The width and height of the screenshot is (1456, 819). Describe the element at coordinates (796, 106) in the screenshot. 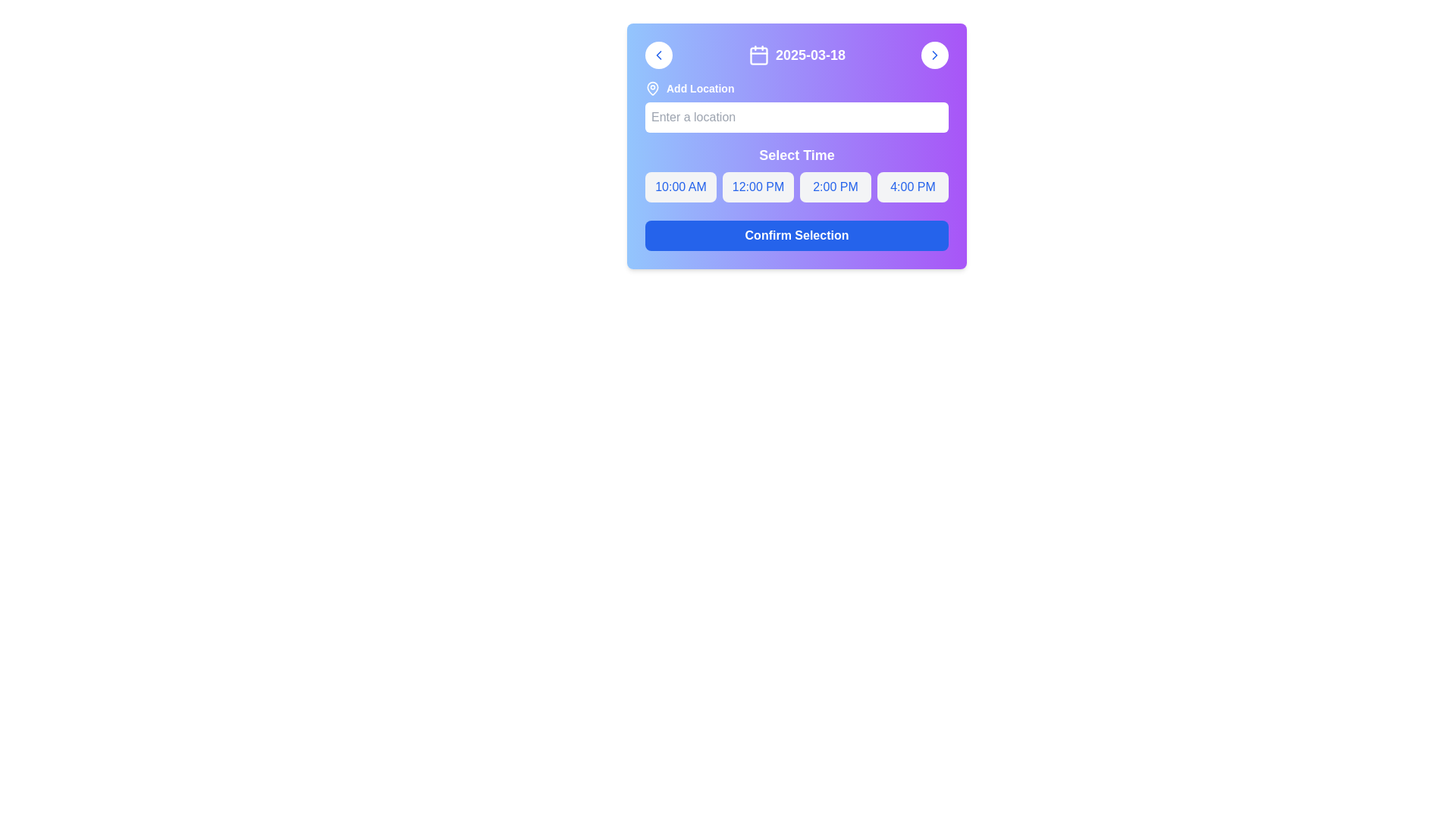

I see `the text input field for location selection, which is the second element under the header '2025-03-18'` at that location.